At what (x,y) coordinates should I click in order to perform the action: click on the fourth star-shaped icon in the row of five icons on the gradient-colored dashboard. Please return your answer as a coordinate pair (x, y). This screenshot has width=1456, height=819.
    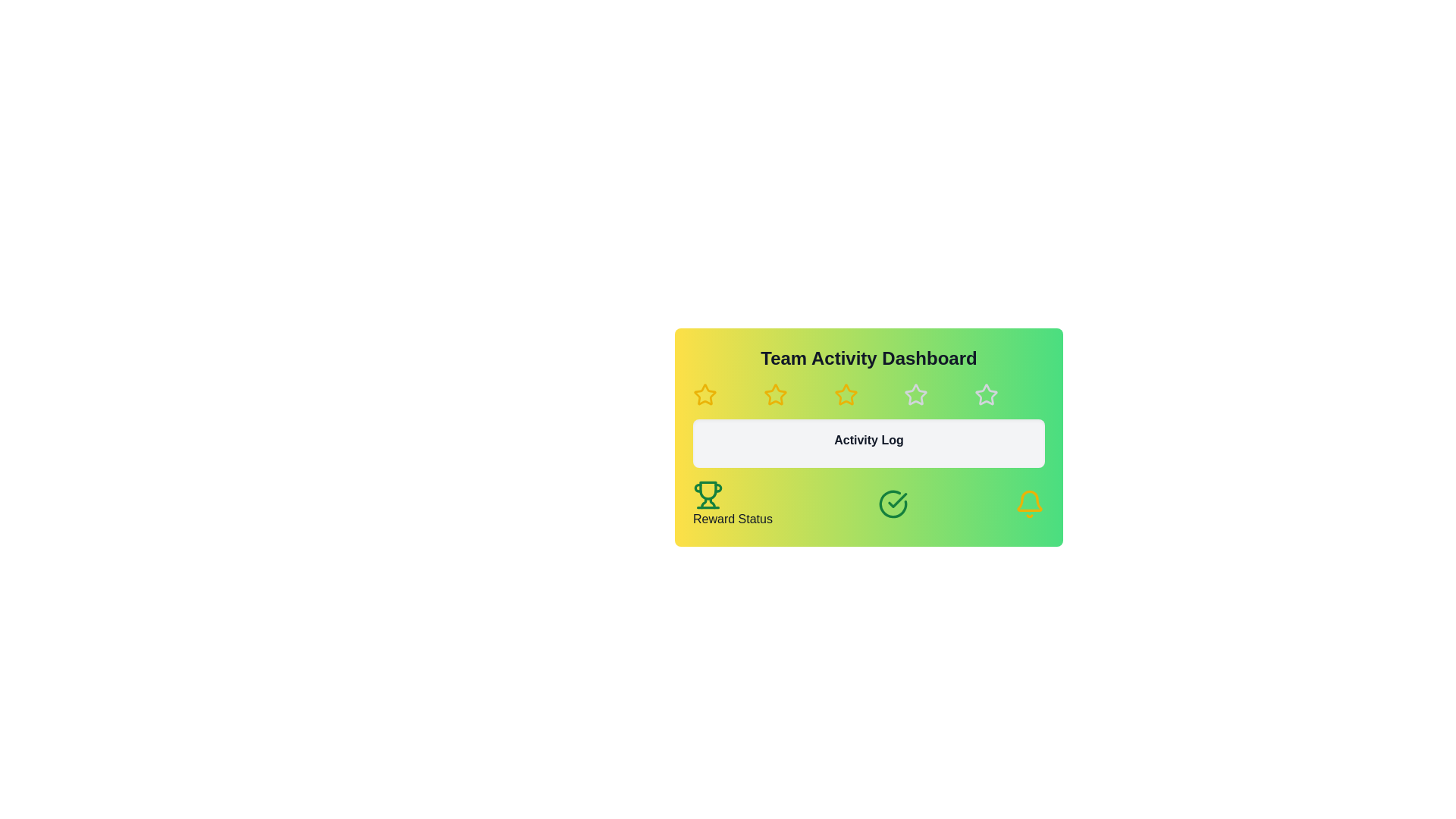
    Looking at the image, I should click on (915, 394).